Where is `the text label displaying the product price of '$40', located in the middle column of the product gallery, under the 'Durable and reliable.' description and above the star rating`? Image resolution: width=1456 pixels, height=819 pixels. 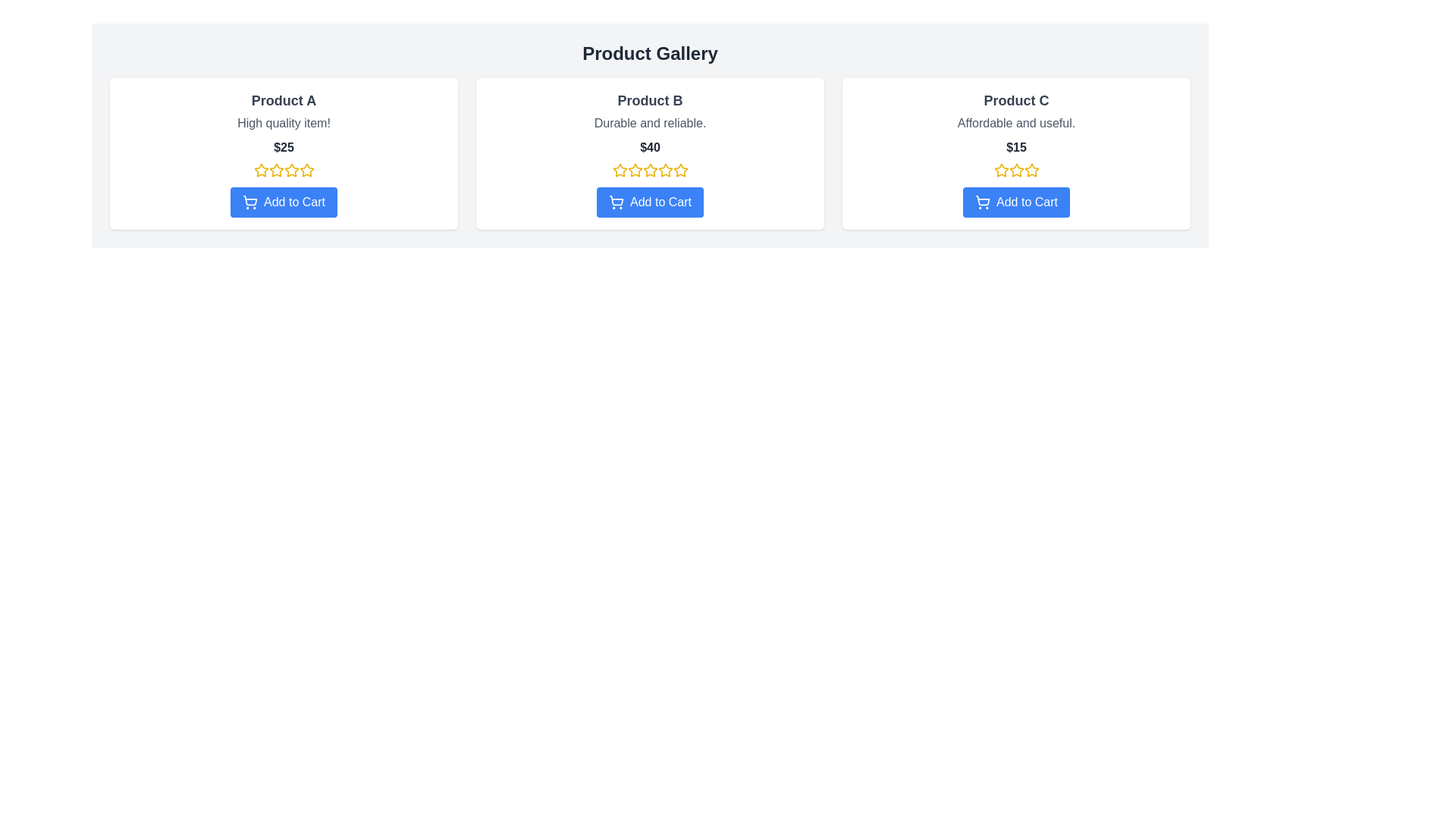
the text label displaying the product price of '$40', located in the middle column of the product gallery, under the 'Durable and reliable.' description and above the star rating is located at coordinates (650, 148).